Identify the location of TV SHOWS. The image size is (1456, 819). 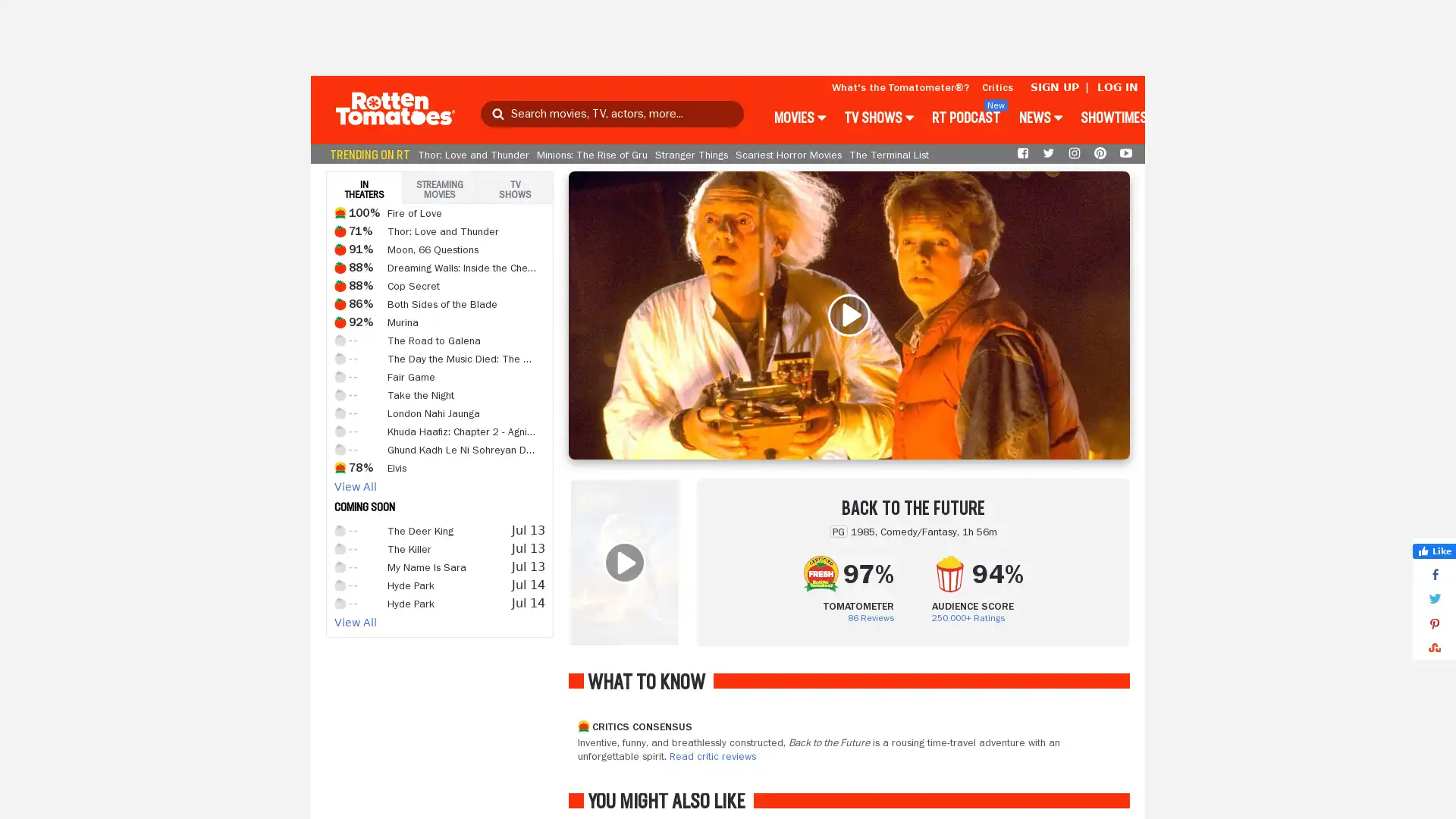
(514, 187).